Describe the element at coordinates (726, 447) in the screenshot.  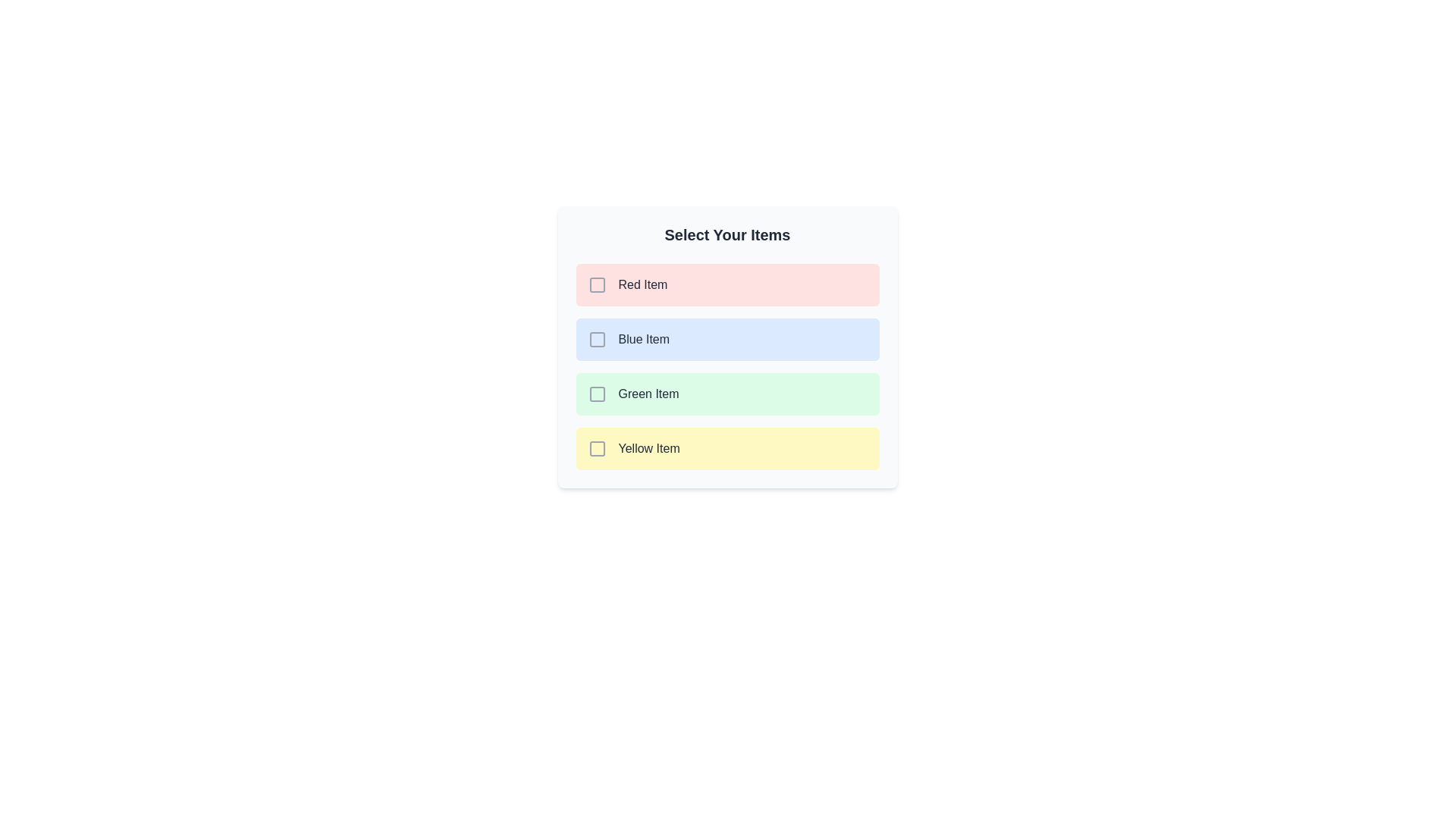
I see `the item Yellow Item` at that location.